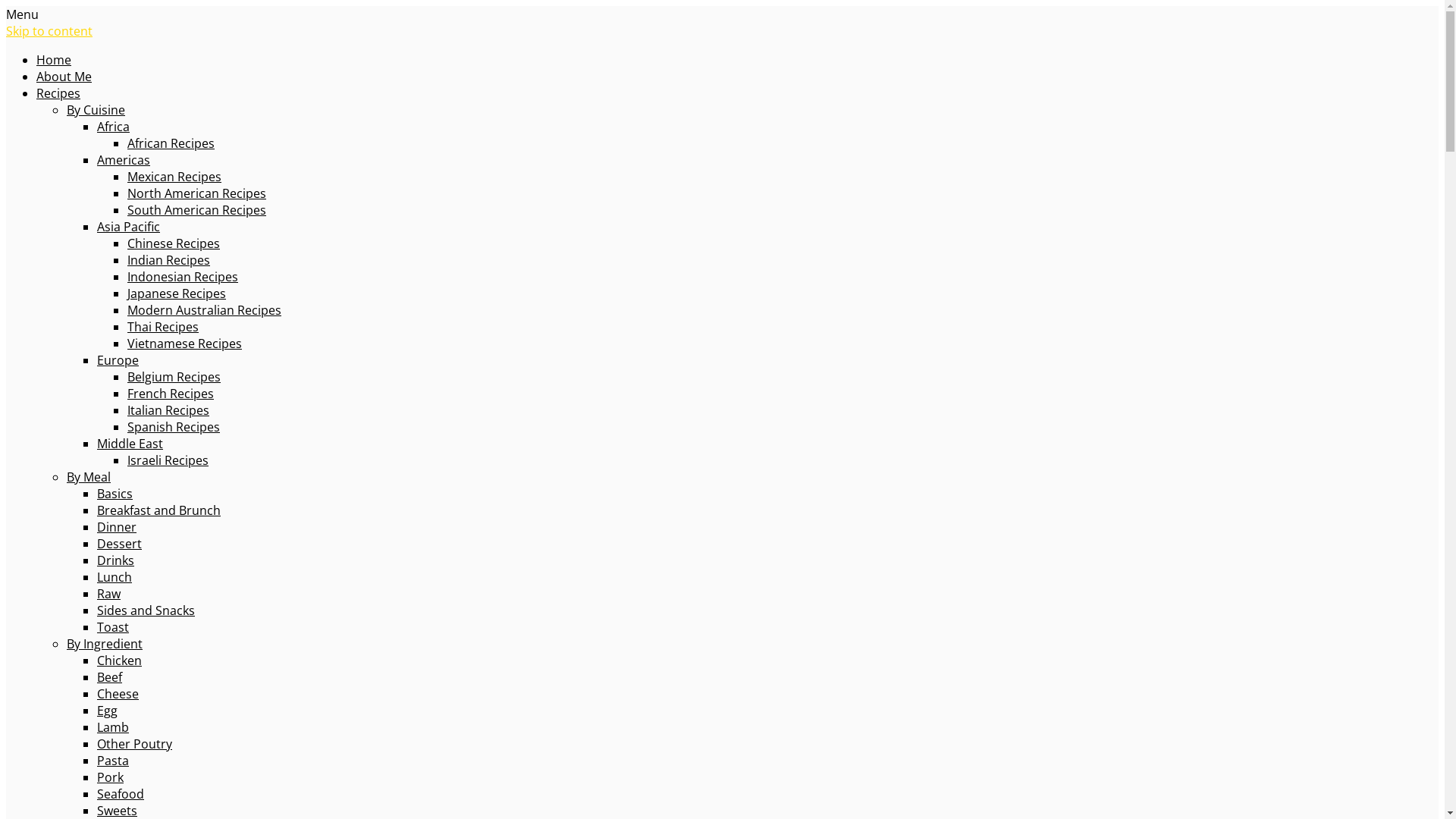 The width and height of the screenshot is (1456, 819). What do you see at coordinates (106, 711) in the screenshot?
I see `'Egg'` at bounding box center [106, 711].